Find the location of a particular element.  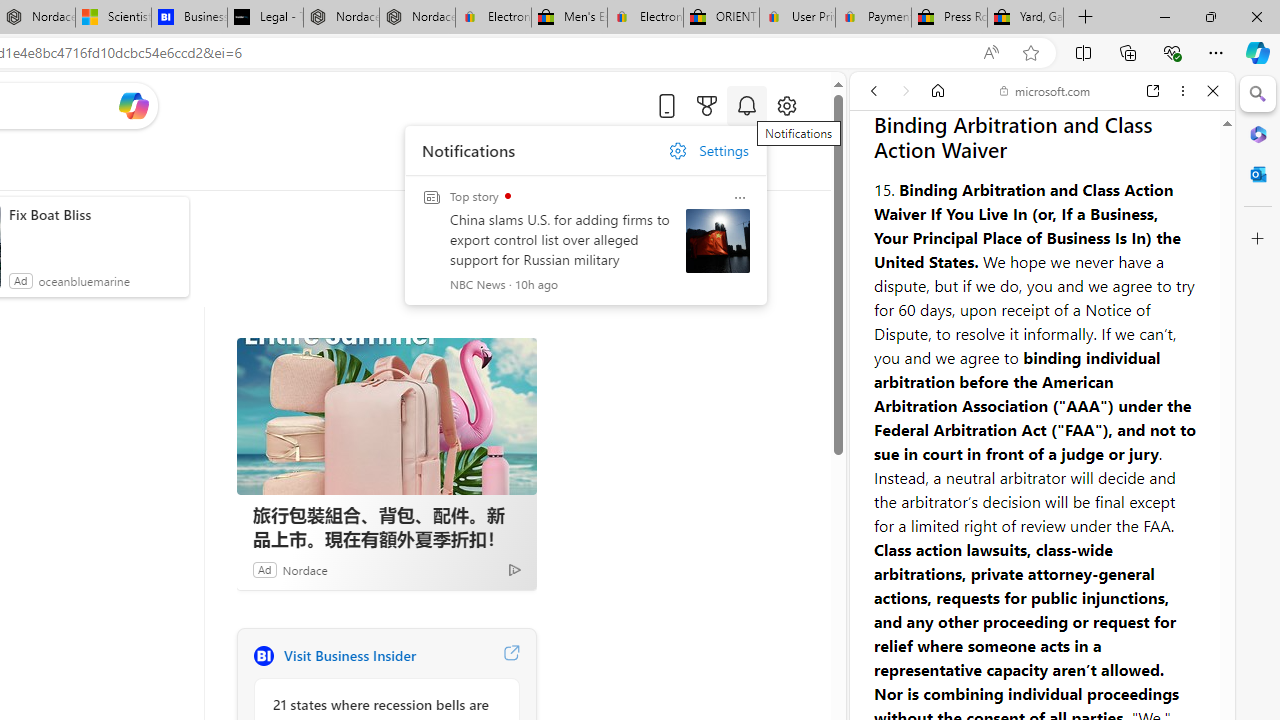

'Minimize Search pane' is located at coordinates (1257, 94).